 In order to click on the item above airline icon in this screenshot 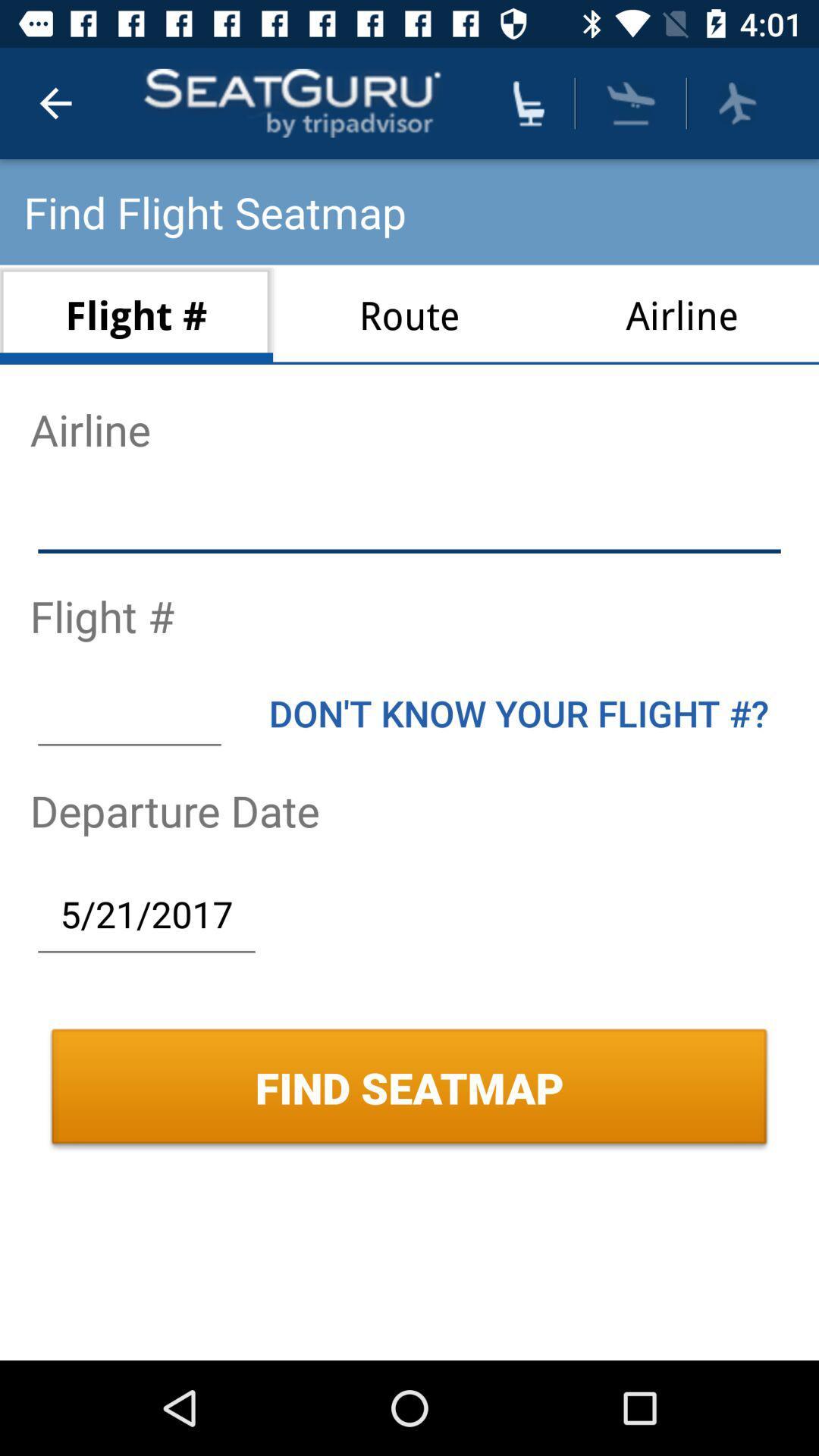, I will do `click(736, 102)`.